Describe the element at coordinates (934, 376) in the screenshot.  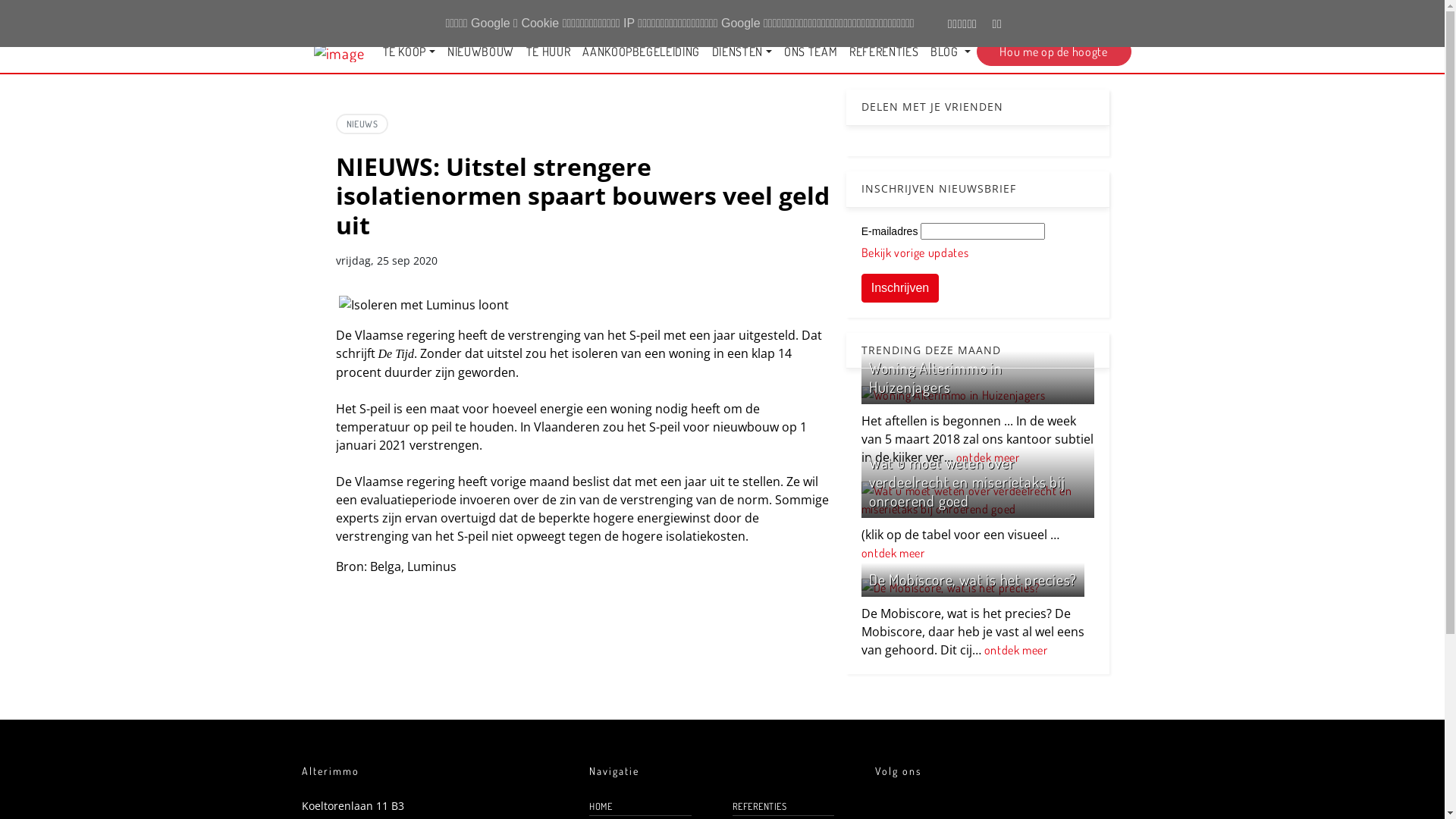
I see `'Woning Alterimmo in Huizenjagers'` at that location.